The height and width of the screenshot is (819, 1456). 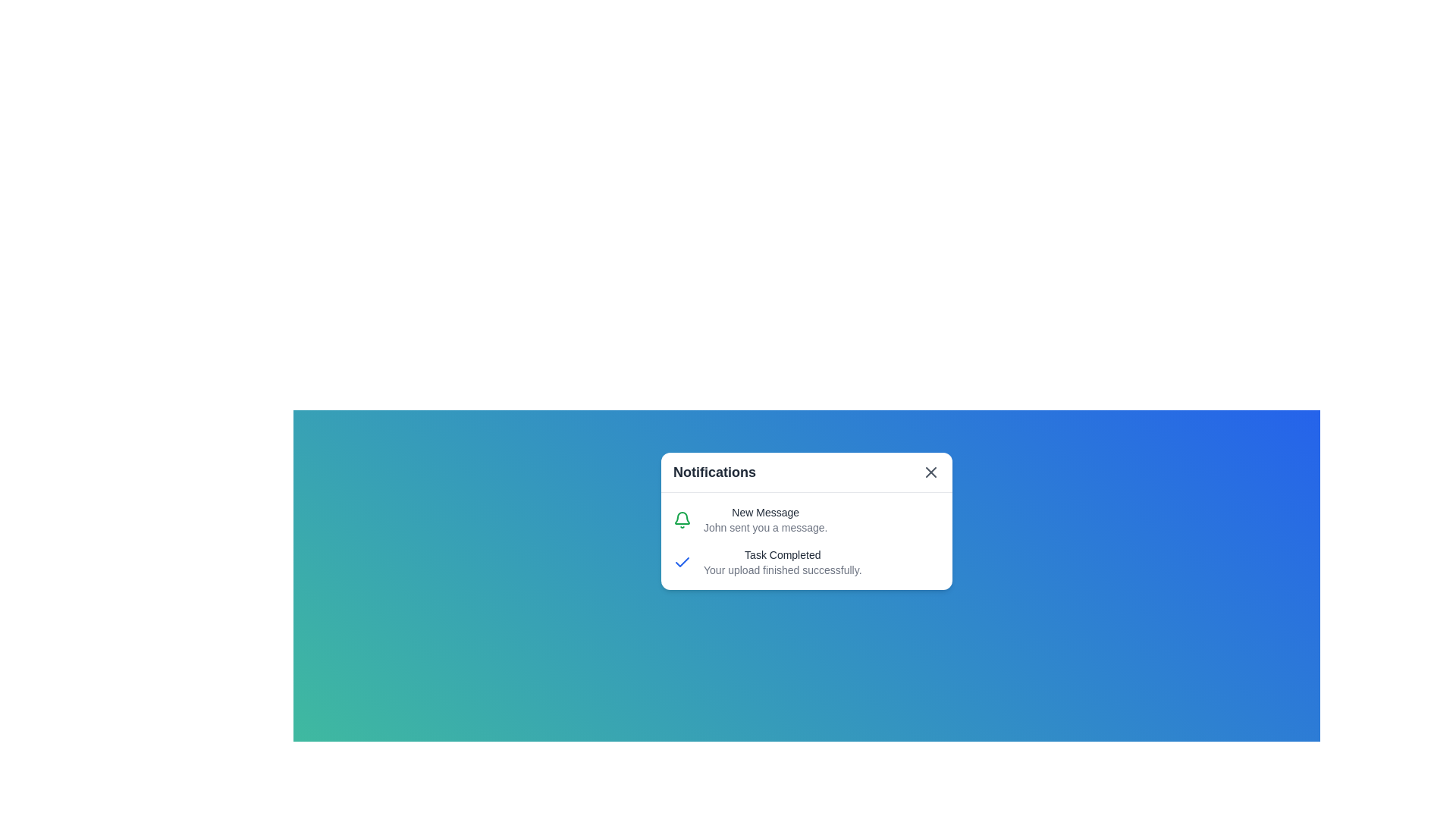 I want to click on the text block displaying 'Task Completed' and 'Your upload finished successfully', so click(x=783, y=562).